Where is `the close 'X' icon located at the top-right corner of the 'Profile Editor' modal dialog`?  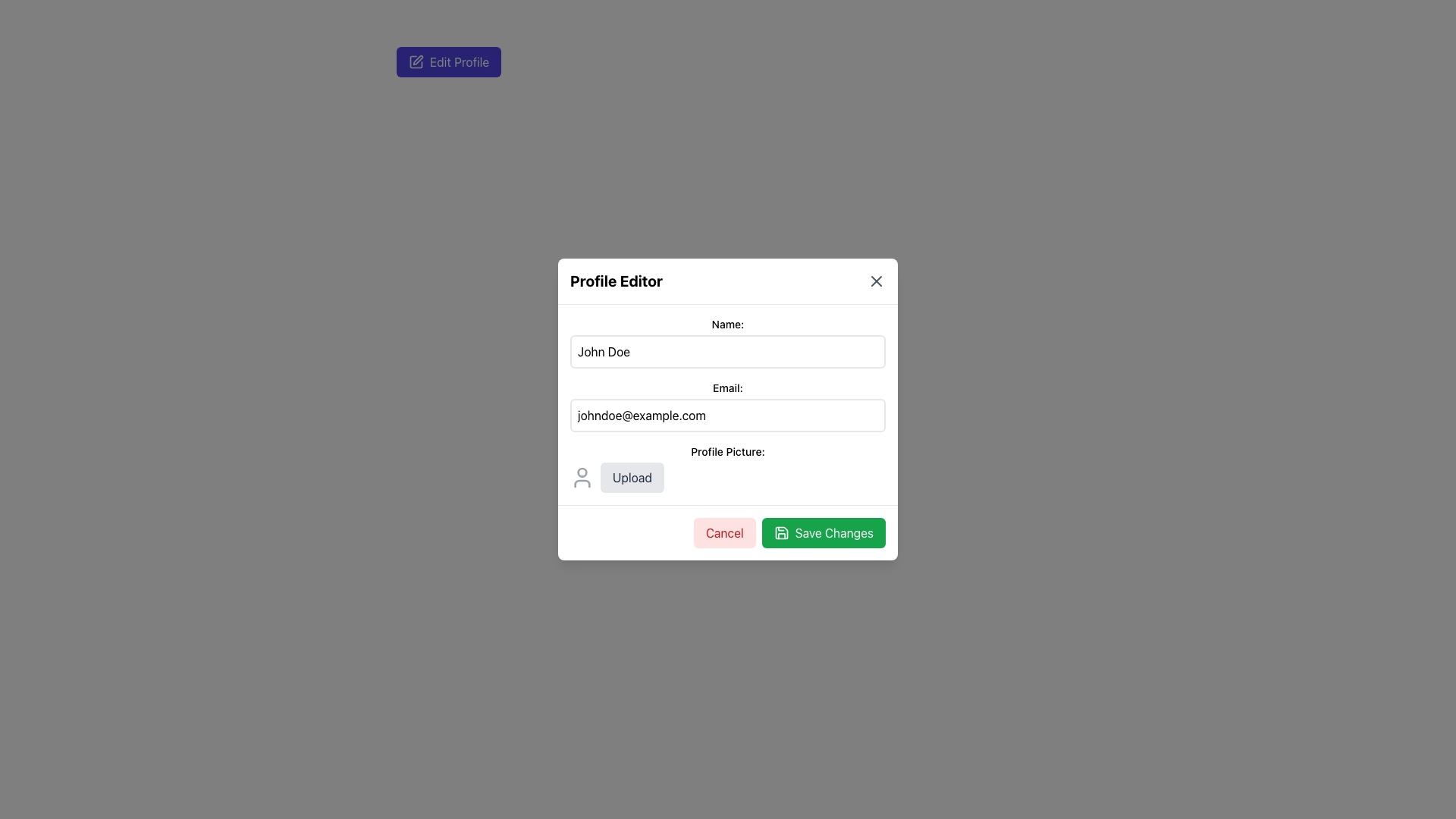 the close 'X' icon located at the top-right corner of the 'Profile Editor' modal dialog is located at coordinates (877, 281).